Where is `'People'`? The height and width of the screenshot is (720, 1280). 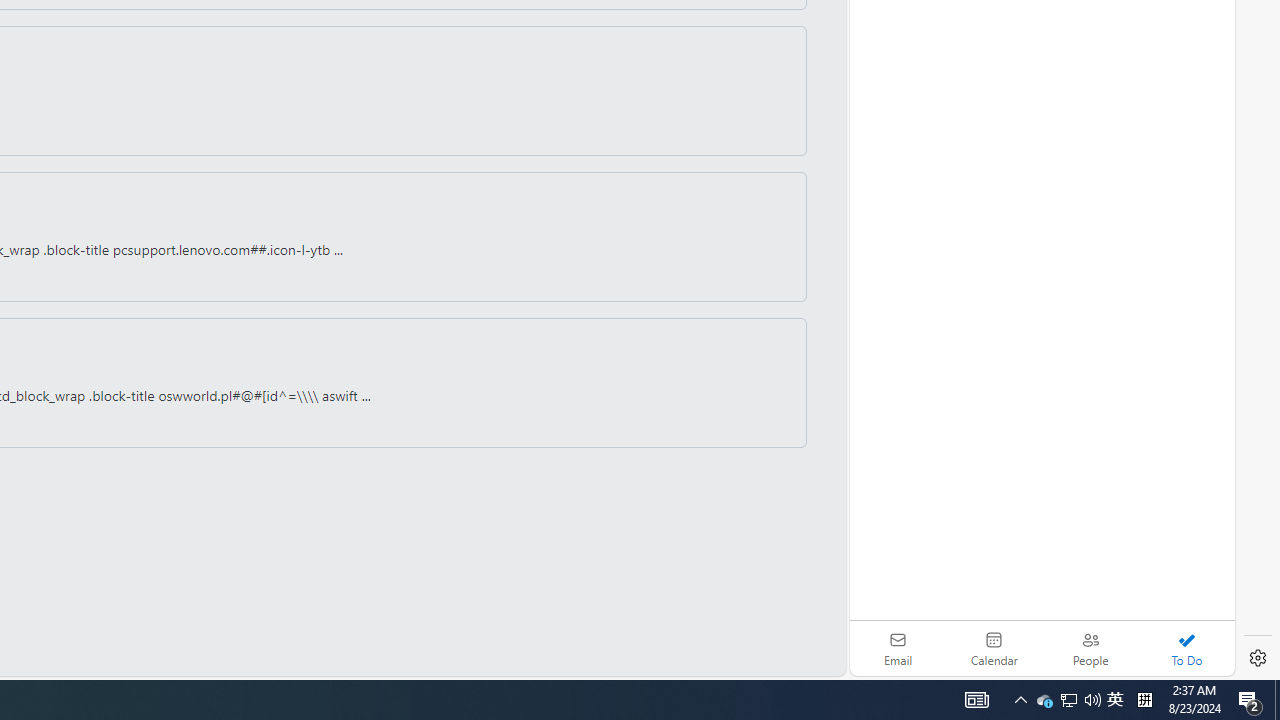
'People' is located at coordinates (1089, 648).